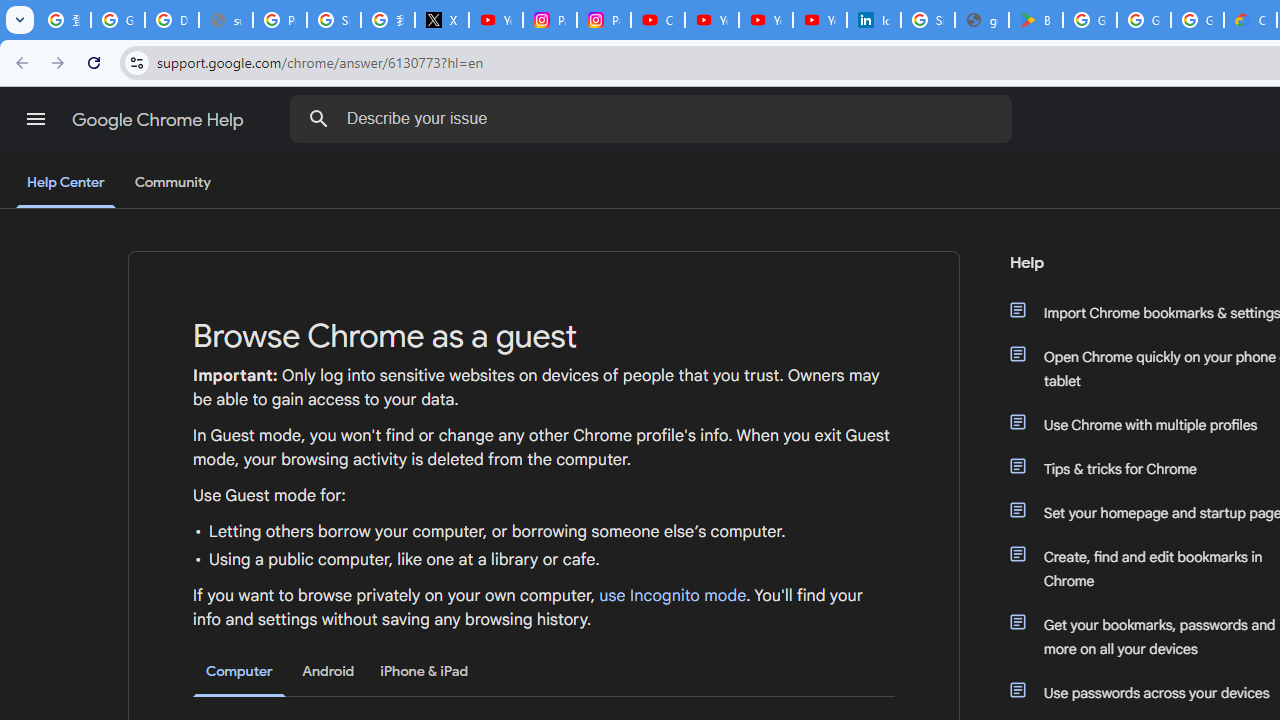 Image resolution: width=1280 pixels, height=720 pixels. What do you see at coordinates (673, 595) in the screenshot?
I see `'use Incognito mode'` at bounding box center [673, 595].